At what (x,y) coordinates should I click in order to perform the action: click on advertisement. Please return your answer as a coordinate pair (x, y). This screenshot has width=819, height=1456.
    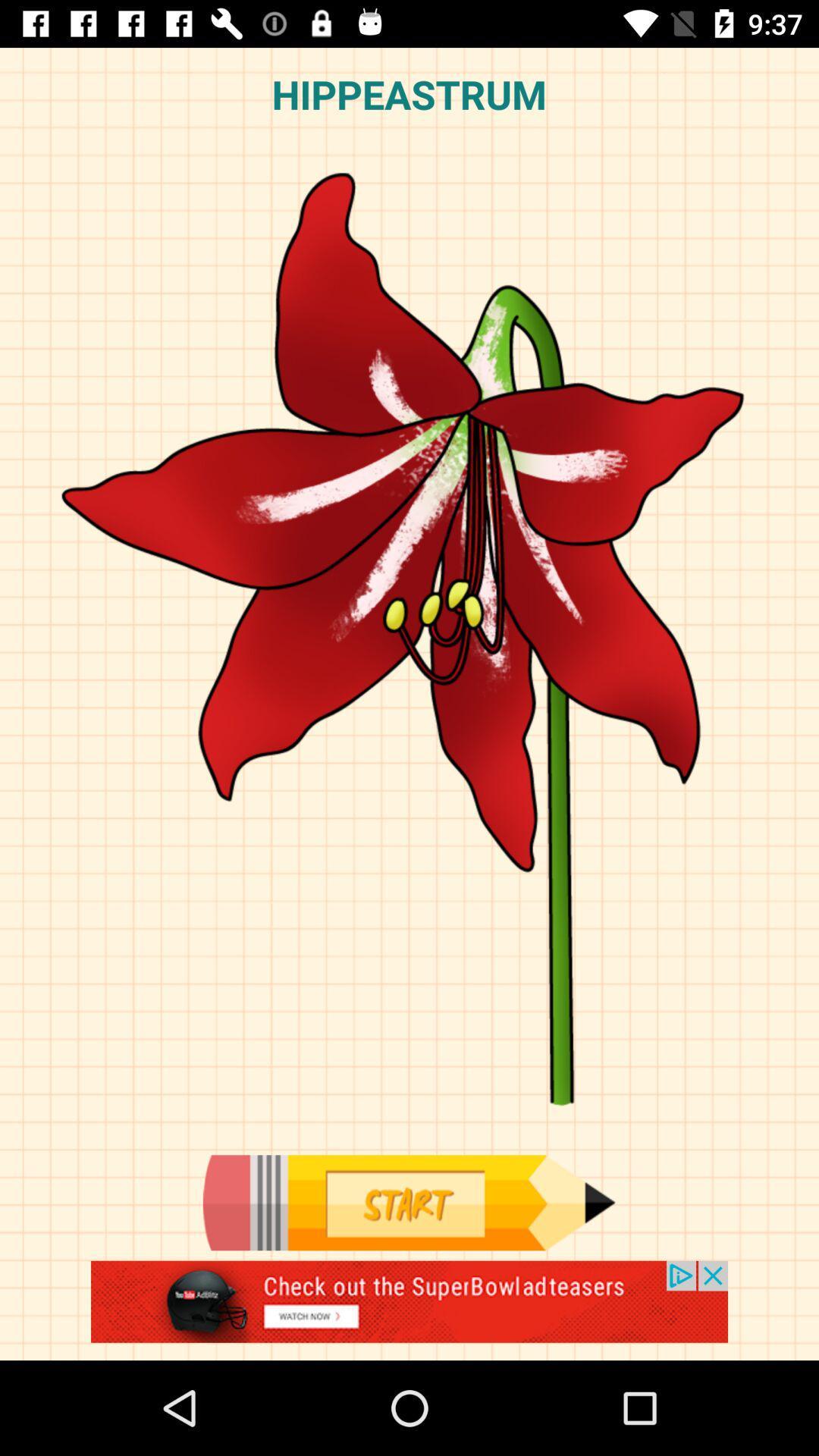
    Looking at the image, I should click on (409, 1310).